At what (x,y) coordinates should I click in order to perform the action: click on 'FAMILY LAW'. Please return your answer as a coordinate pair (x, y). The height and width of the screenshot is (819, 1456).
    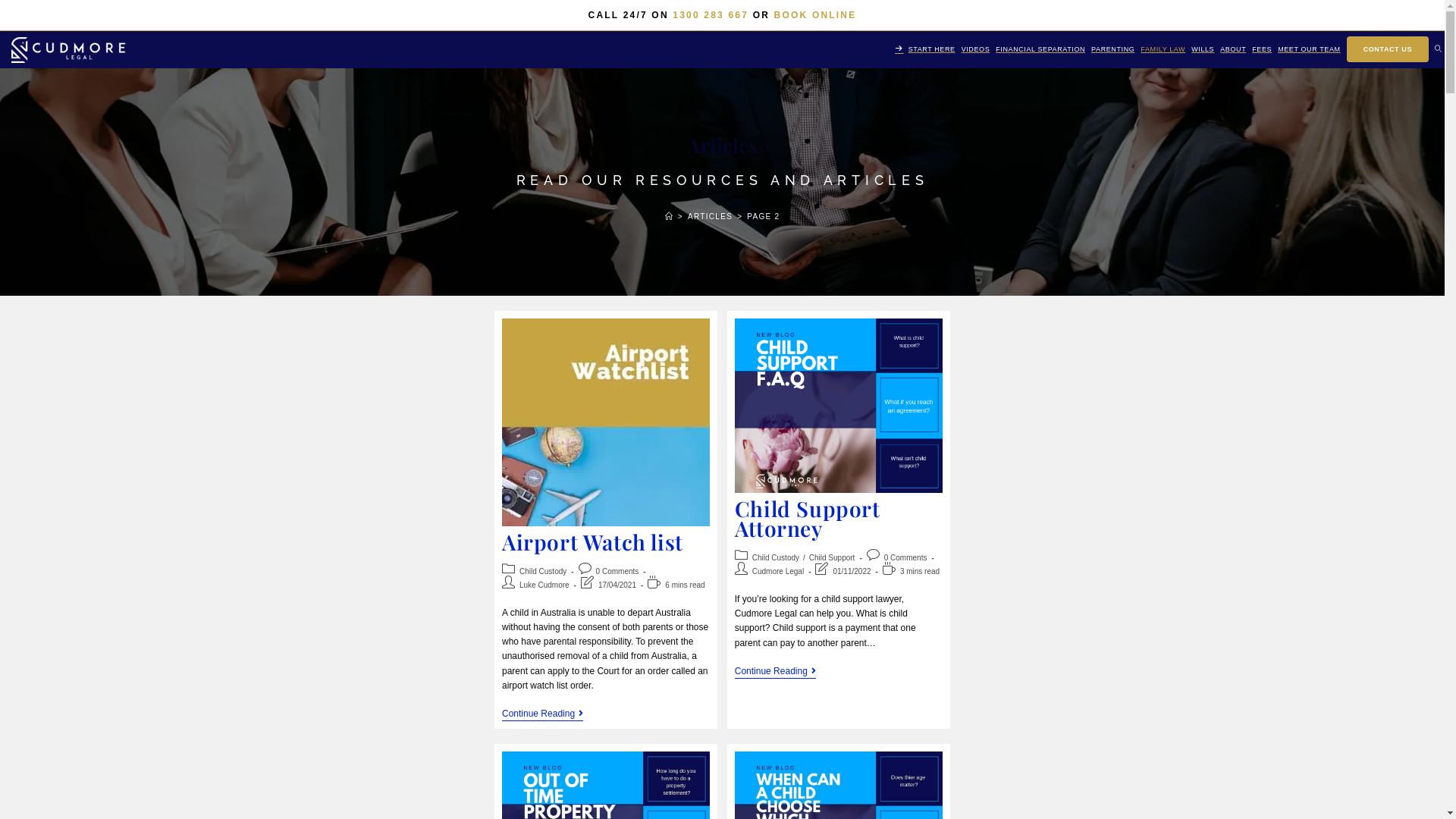
    Looking at the image, I should click on (1162, 49).